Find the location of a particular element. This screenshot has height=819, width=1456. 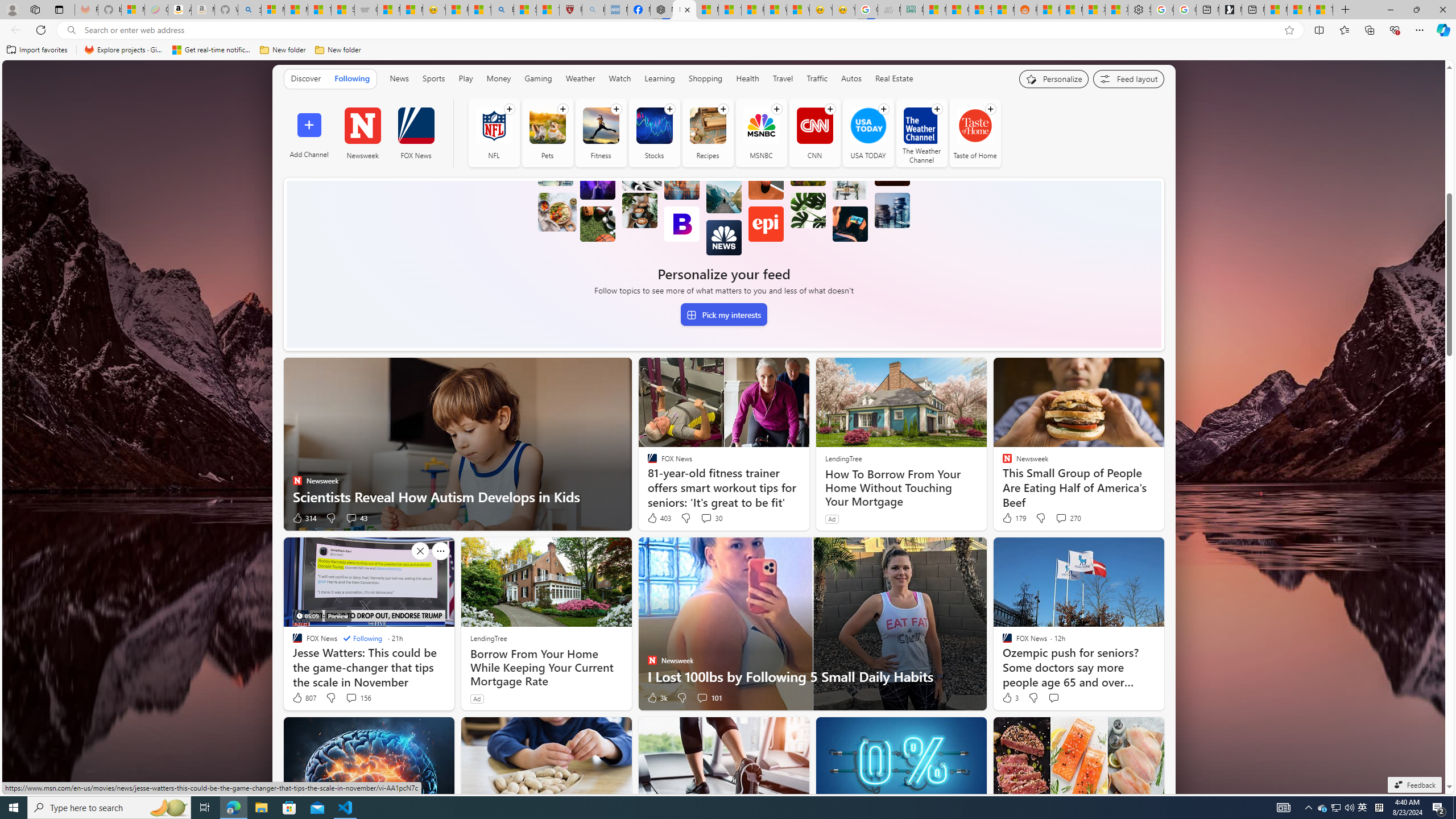

'Recipes' is located at coordinates (707, 126).